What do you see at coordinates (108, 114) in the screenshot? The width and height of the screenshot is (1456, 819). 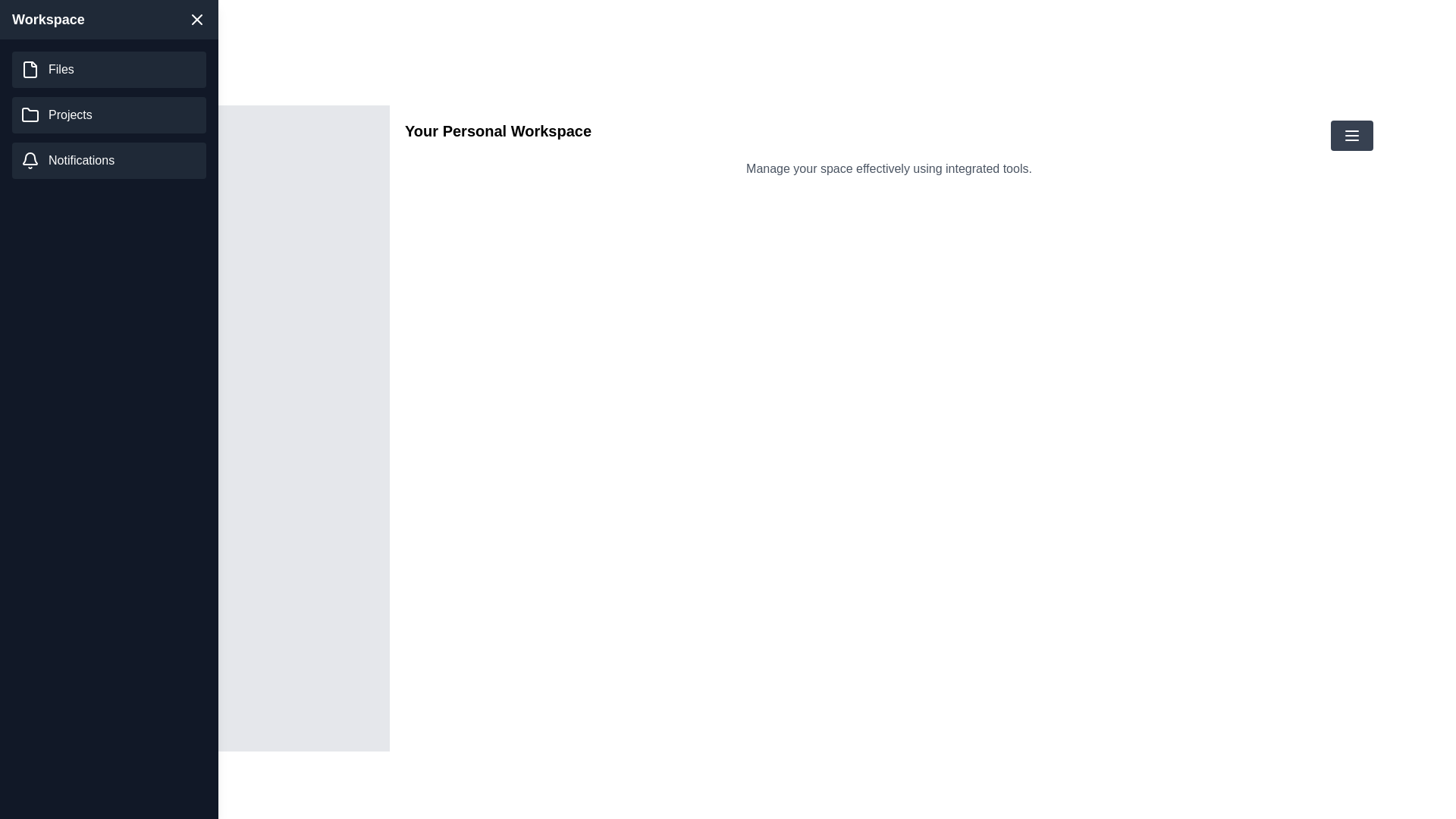 I see `the navigation menu item Projects` at bounding box center [108, 114].